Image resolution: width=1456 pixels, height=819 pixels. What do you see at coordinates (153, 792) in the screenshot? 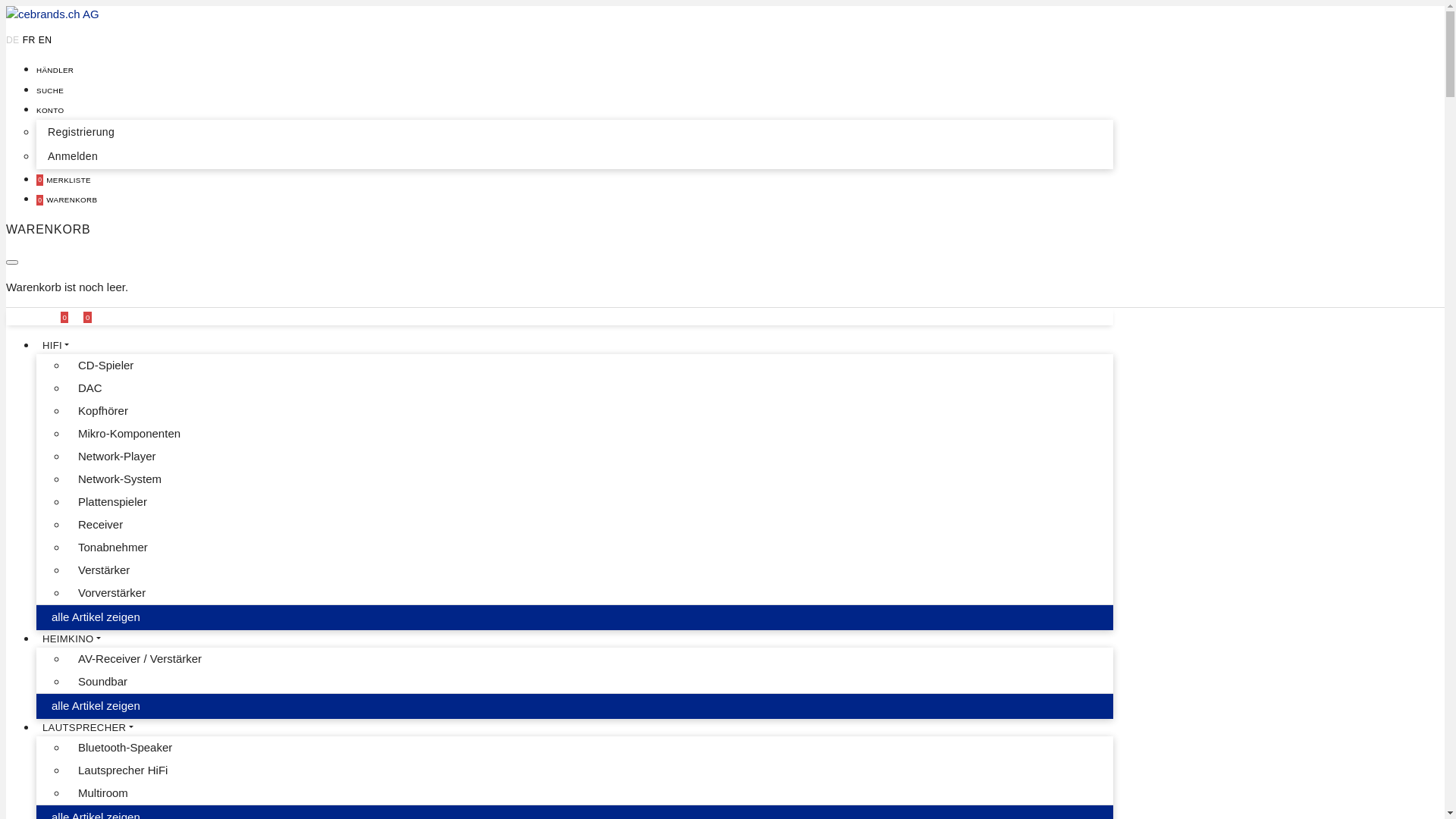
I see `'Multiroom'` at bounding box center [153, 792].